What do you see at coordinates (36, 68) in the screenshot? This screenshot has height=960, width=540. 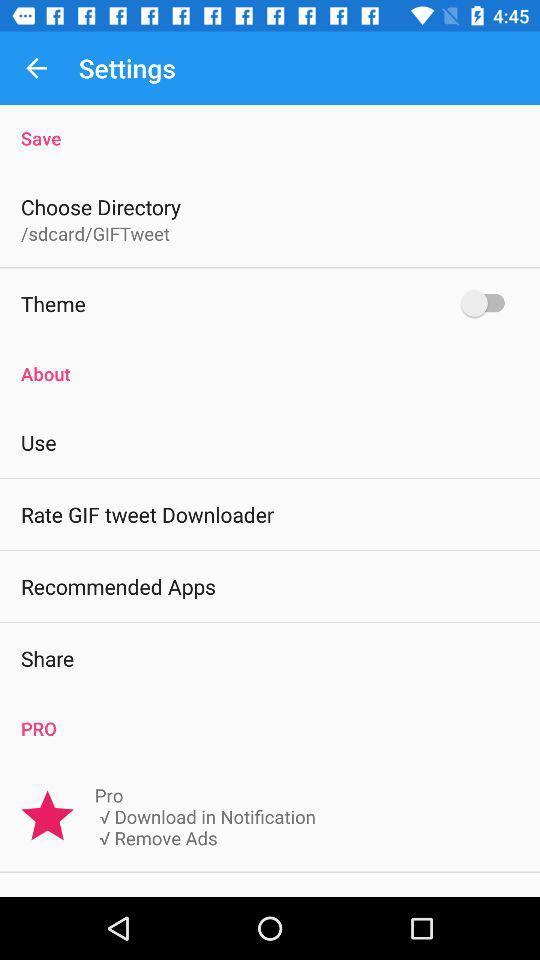 I see `app to the left of the settings` at bounding box center [36, 68].